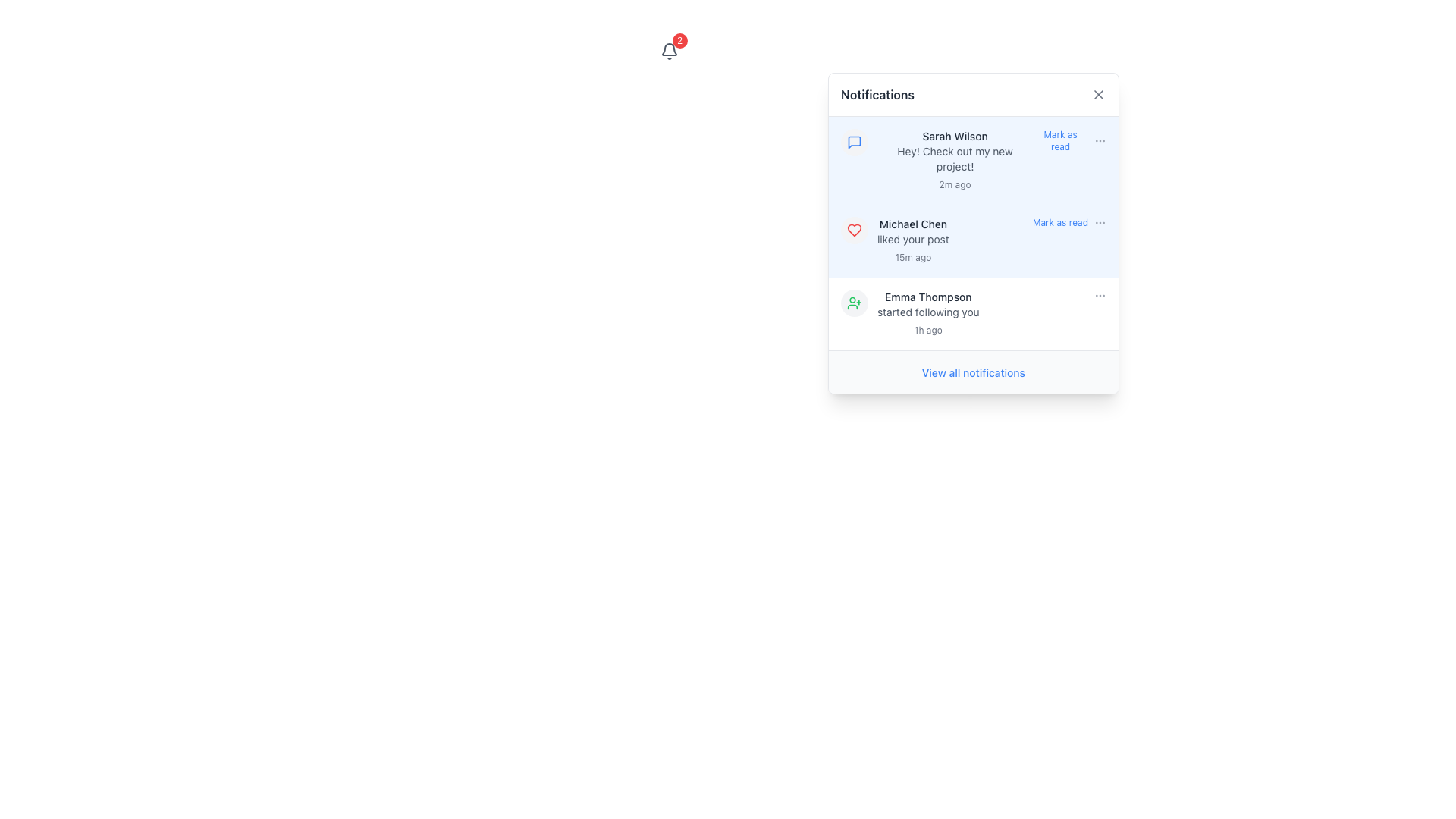 The height and width of the screenshot is (819, 1456). What do you see at coordinates (954, 184) in the screenshot?
I see `the text label indicating the time elapsed since the notification generated, positioned at the bottom of the notification under the title 'Sarah Wilson'` at bounding box center [954, 184].